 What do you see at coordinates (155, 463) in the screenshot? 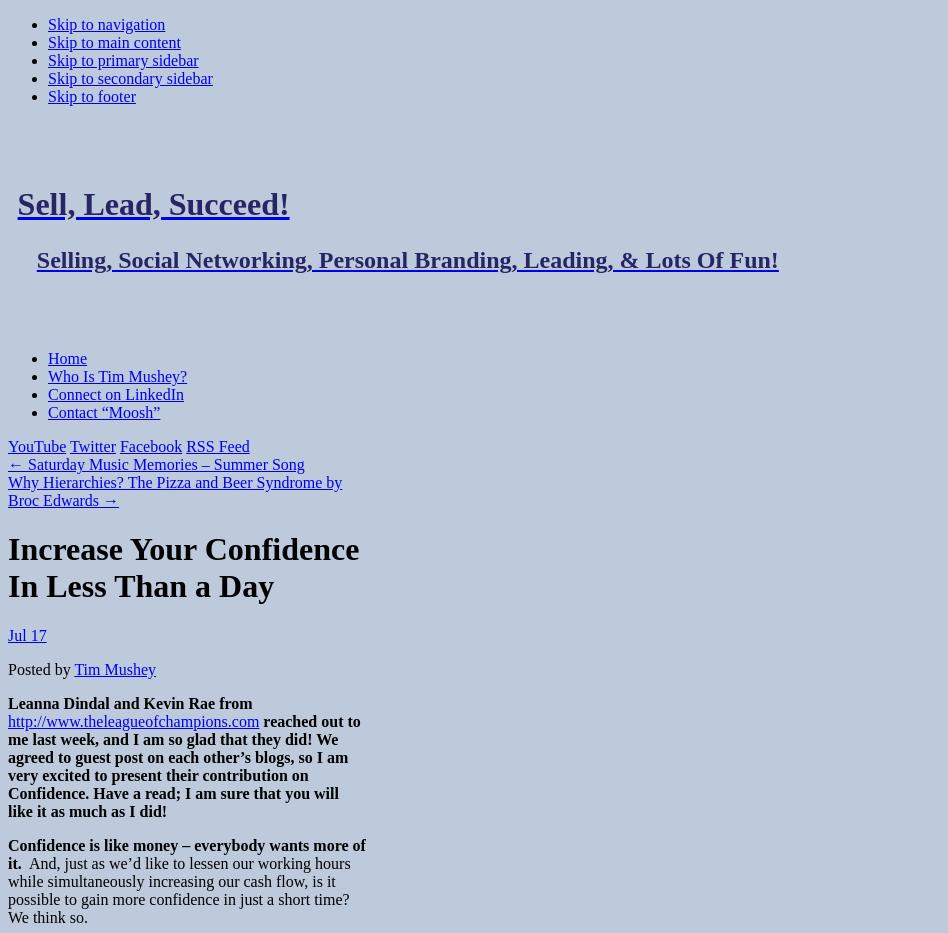
I see `'← Saturday Music Memories – Summer Song'` at bounding box center [155, 463].